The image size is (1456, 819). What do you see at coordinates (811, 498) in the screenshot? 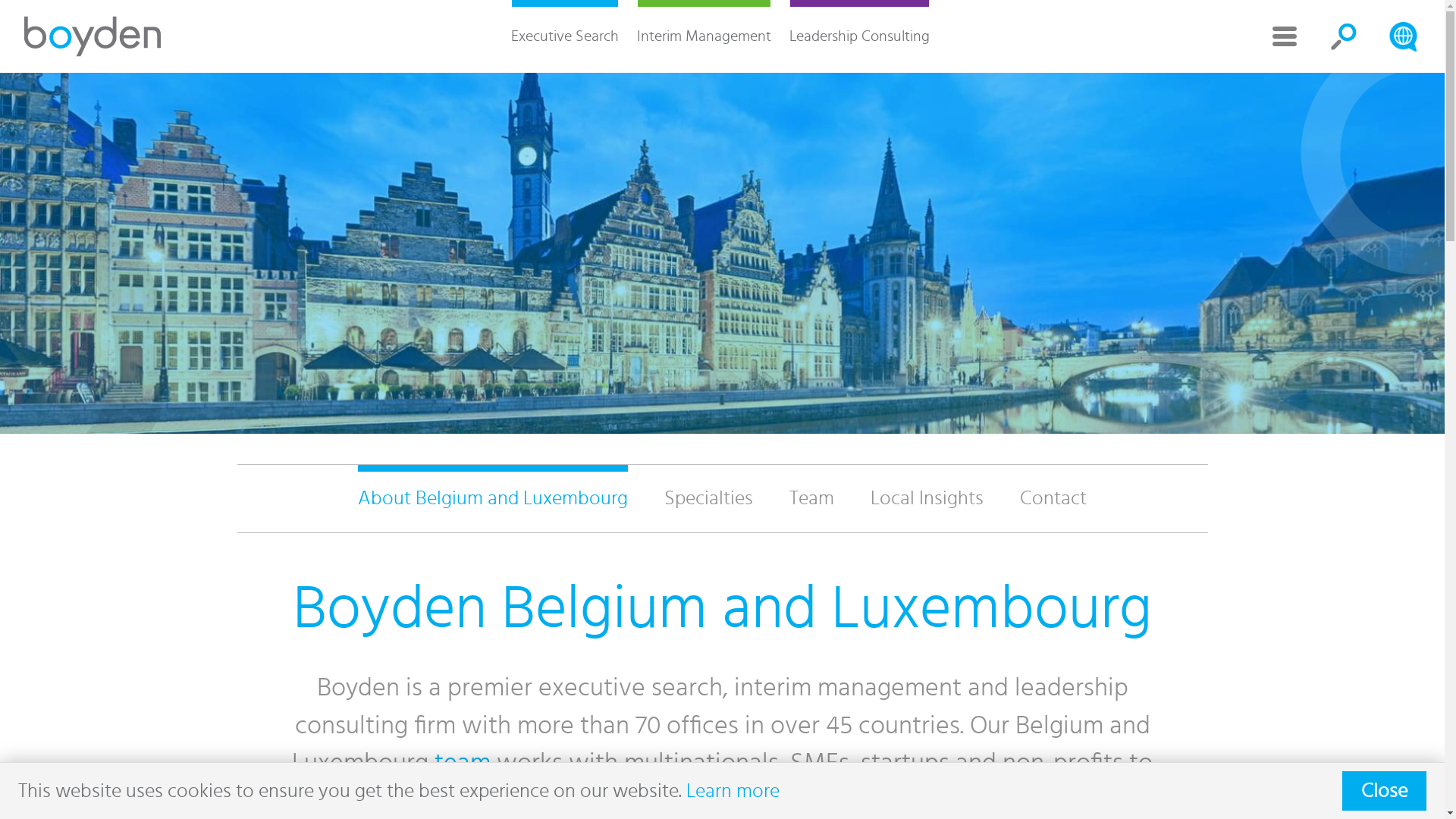
I see `'Team'` at bounding box center [811, 498].